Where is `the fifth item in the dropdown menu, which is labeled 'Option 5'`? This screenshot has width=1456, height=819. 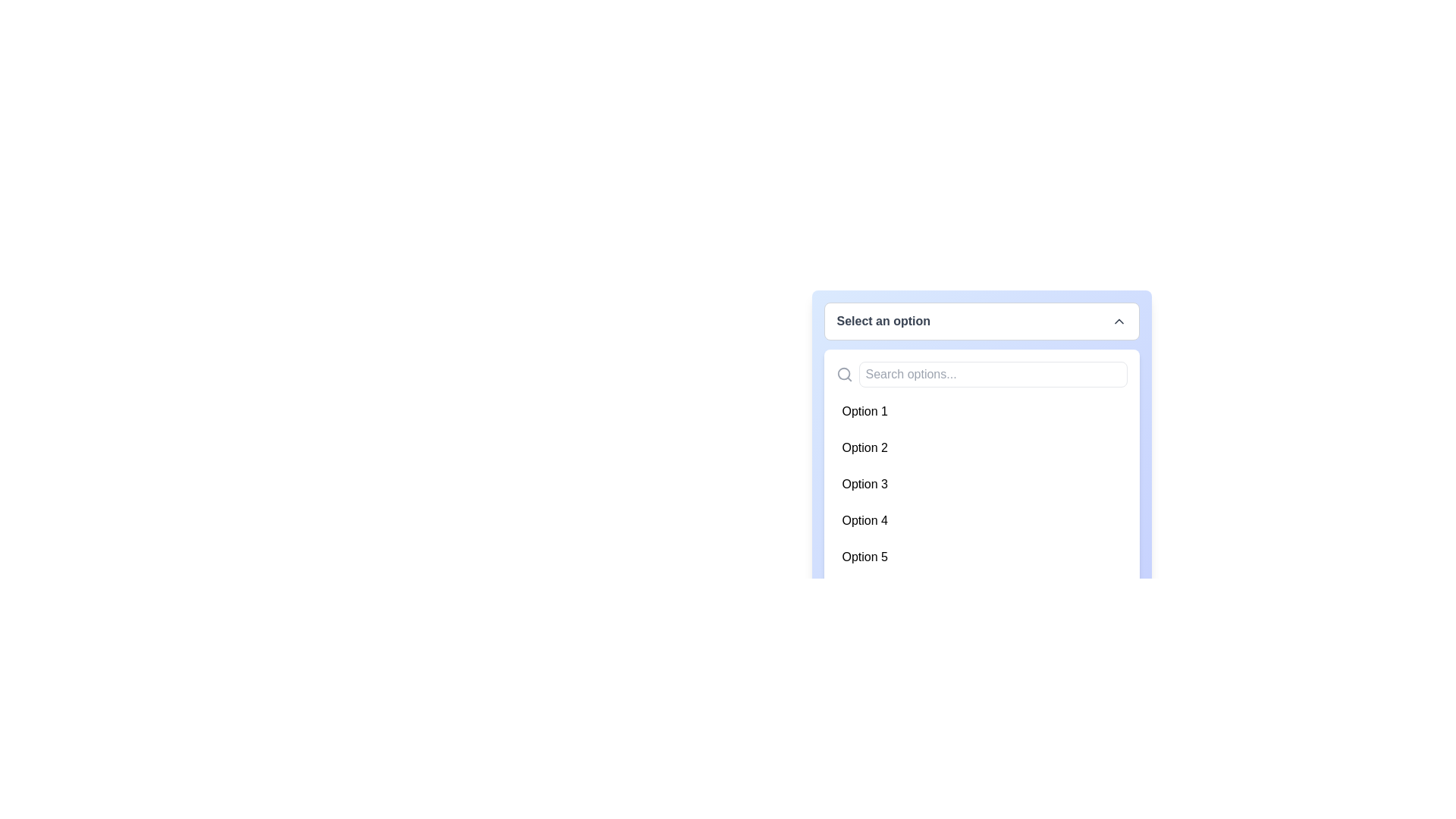 the fifth item in the dropdown menu, which is labeled 'Option 5' is located at coordinates (981, 557).